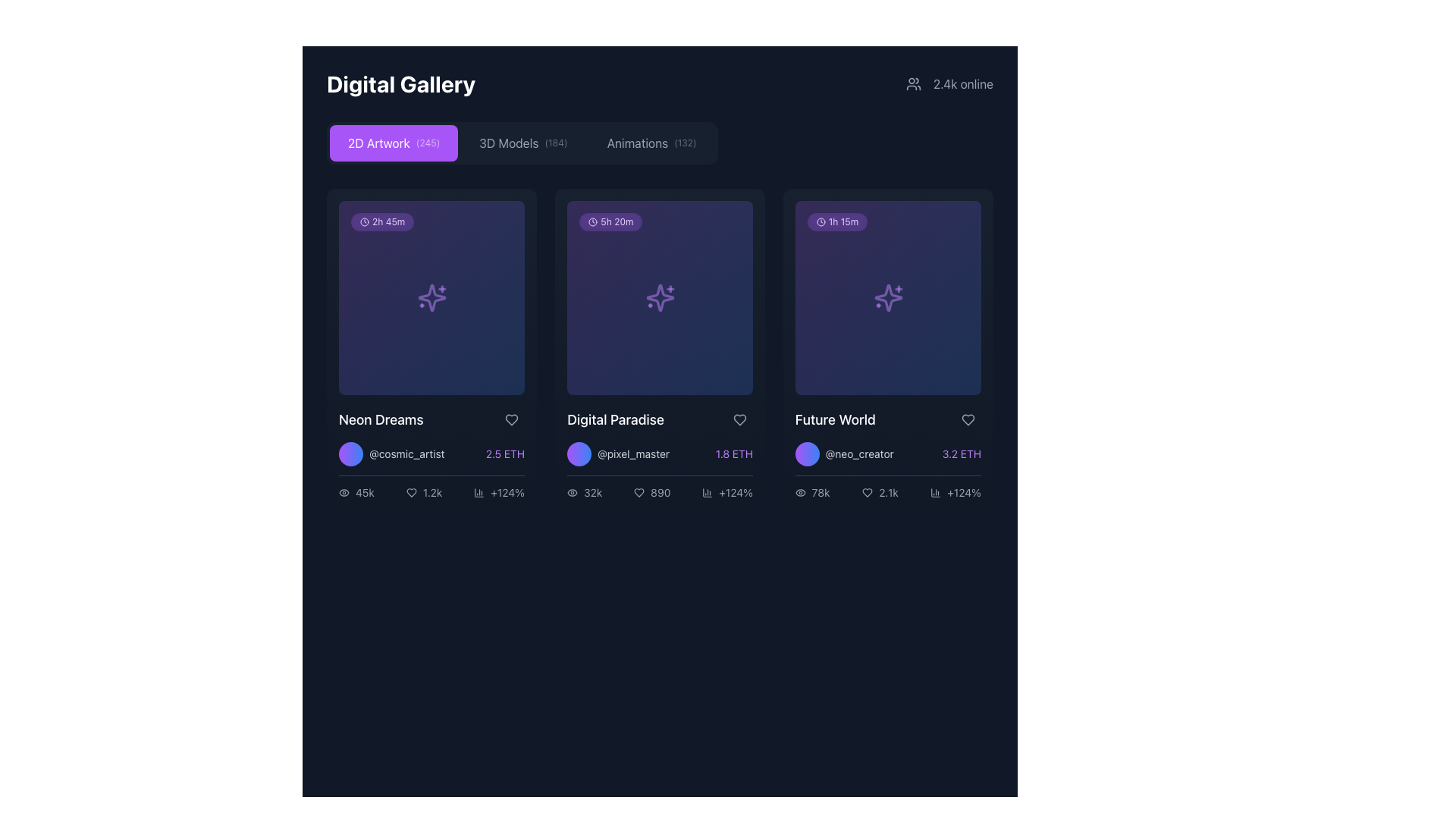 The image size is (1456, 819). What do you see at coordinates (391, 453) in the screenshot?
I see `the username` at bounding box center [391, 453].